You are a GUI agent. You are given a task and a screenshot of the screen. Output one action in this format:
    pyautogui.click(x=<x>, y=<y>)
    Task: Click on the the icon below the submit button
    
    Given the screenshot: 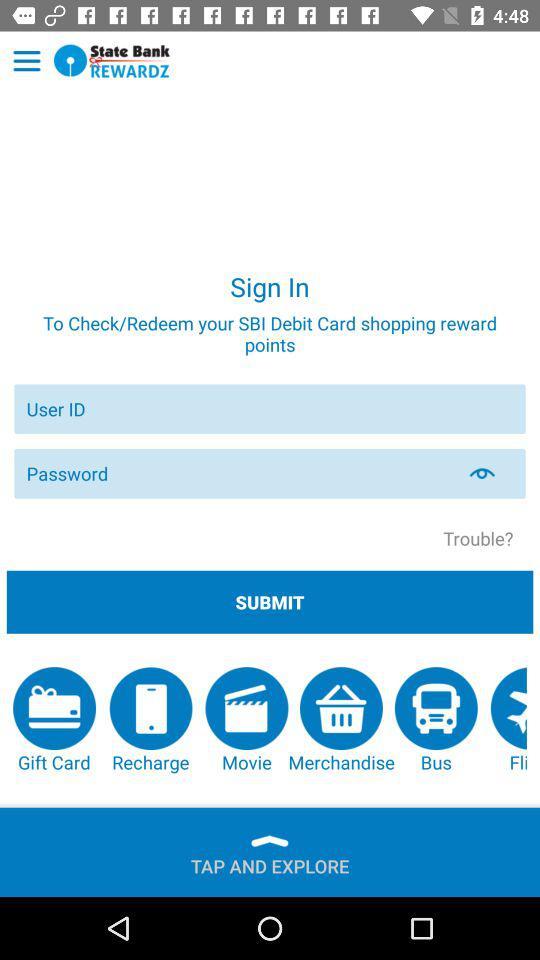 What is the action you would take?
    pyautogui.click(x=54, y=720)
    